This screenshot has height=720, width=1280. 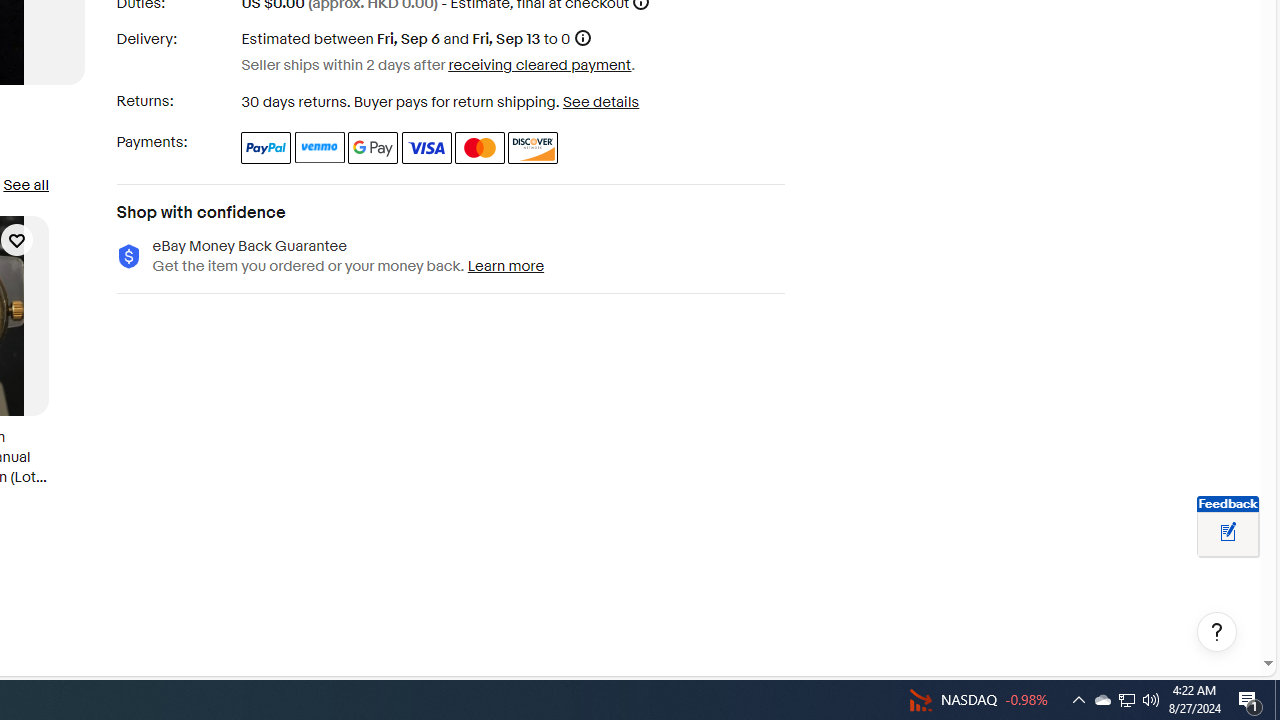 What do you see at coordinates (25, 185) in the screenshot?
I see `'See all'` at bounding box center [25, 185].